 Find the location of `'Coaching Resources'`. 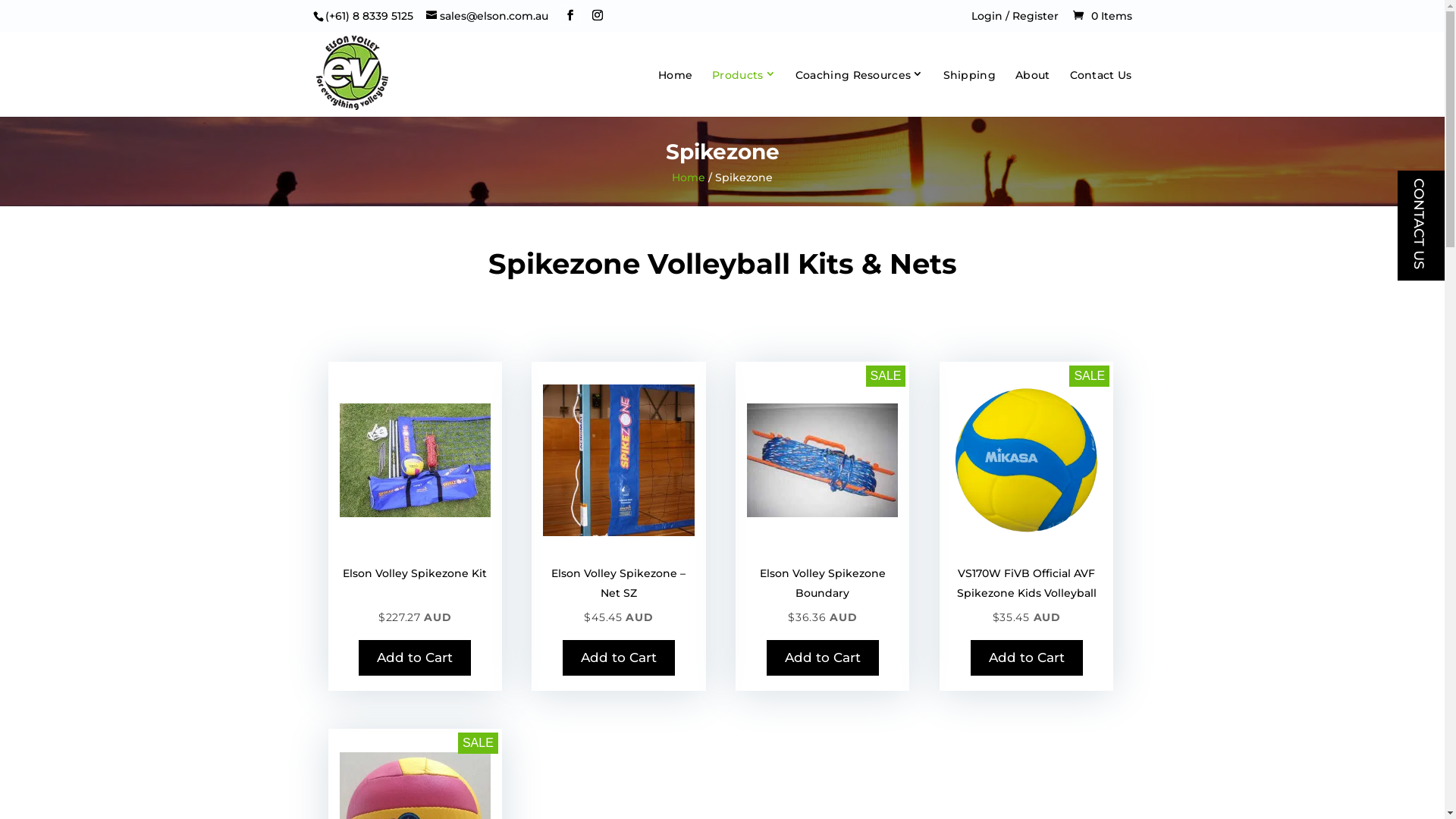

'Coaching Resources' is located at coordinates (859, 90).